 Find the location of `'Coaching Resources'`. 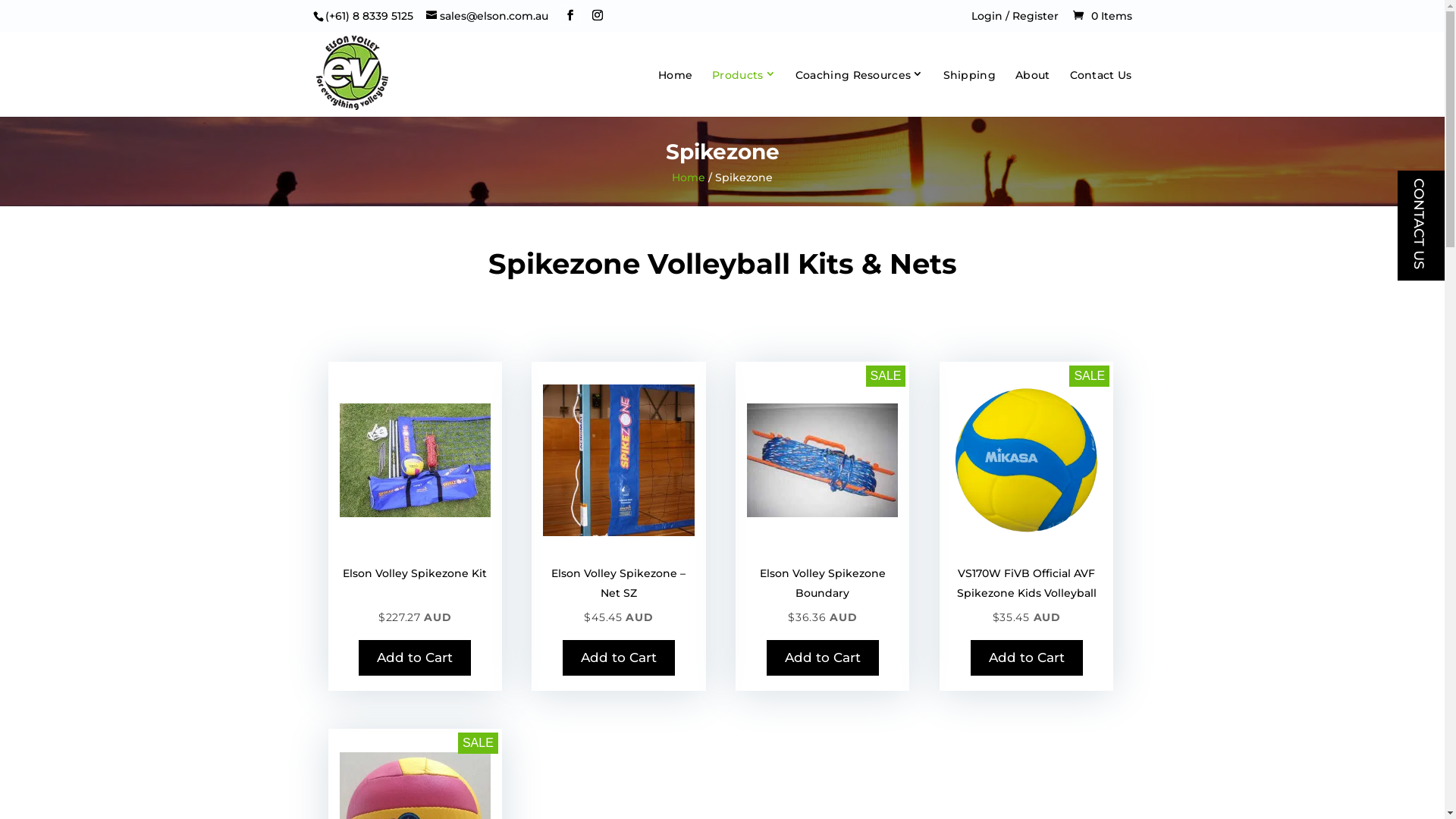

'Coaching Resources' is located at coordinates (859, 90).